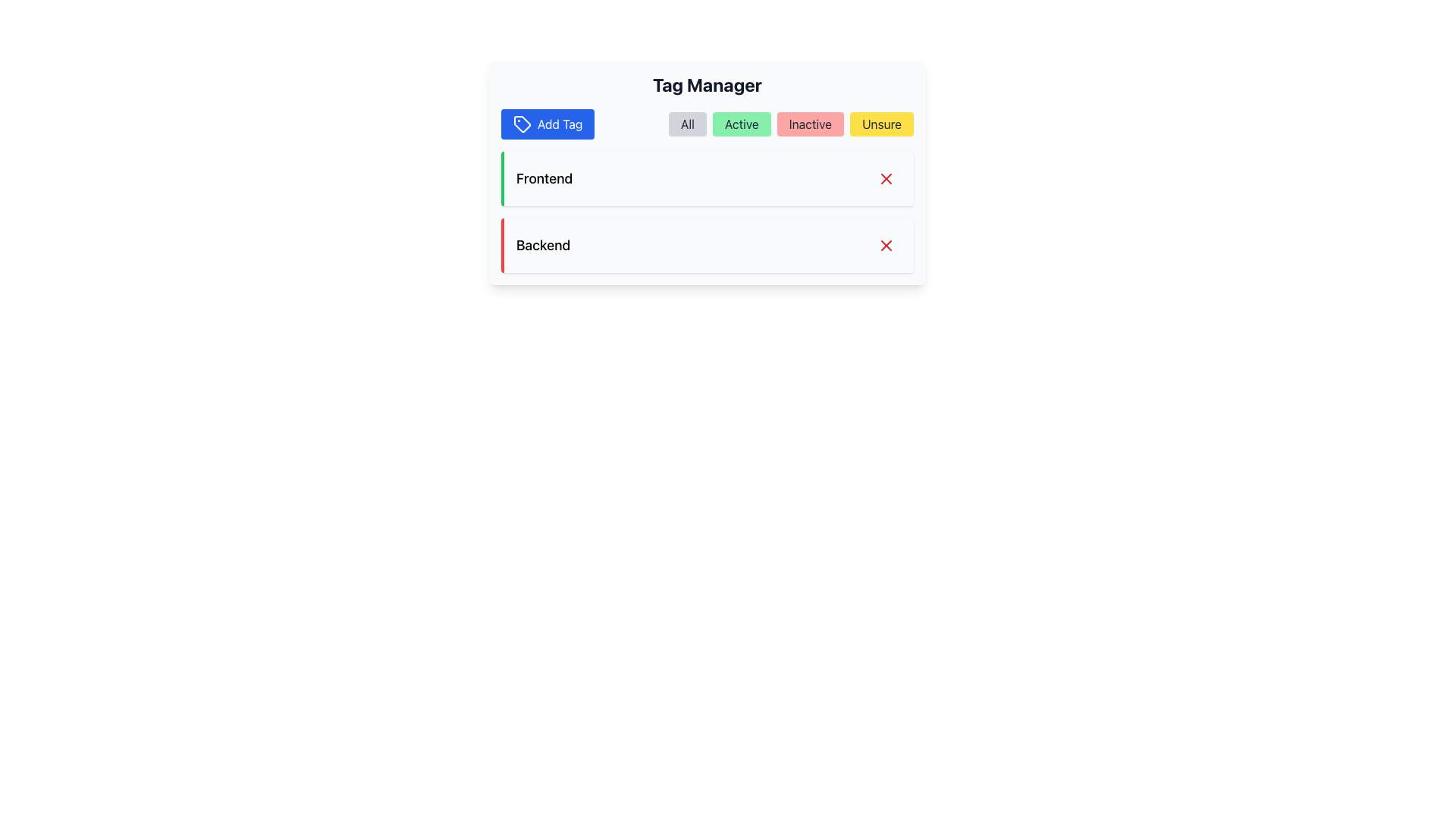  I want to click on the 'Active' filter button located in the button group beneath the 'Tag Manager' label to trigger an interactive effect, so click(742, 124).